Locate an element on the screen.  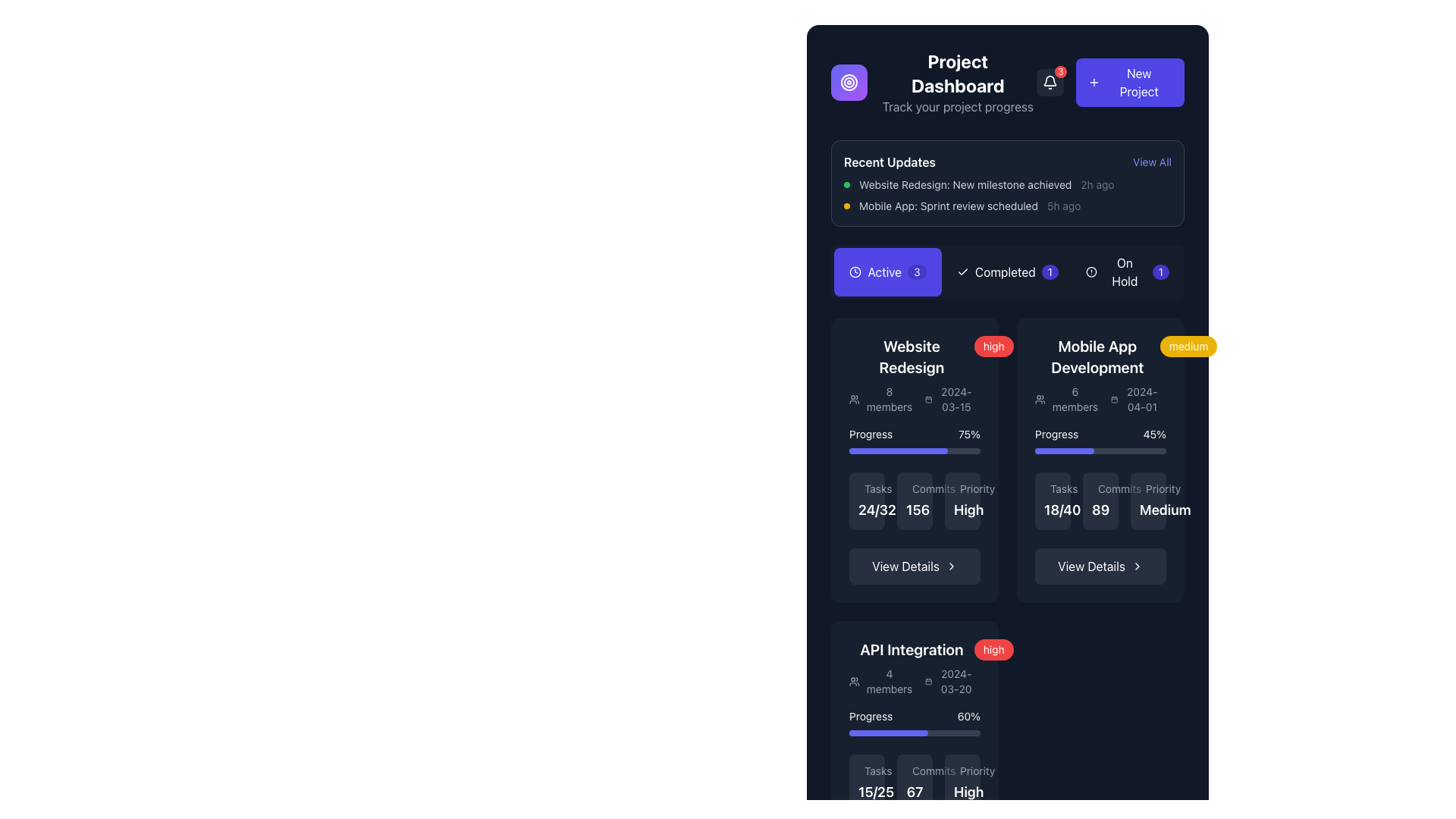
the SVG circle graphical element that is part of the alert or notification icon within the 'On Hold' button or filter section is located at coordinates (1090, 271).